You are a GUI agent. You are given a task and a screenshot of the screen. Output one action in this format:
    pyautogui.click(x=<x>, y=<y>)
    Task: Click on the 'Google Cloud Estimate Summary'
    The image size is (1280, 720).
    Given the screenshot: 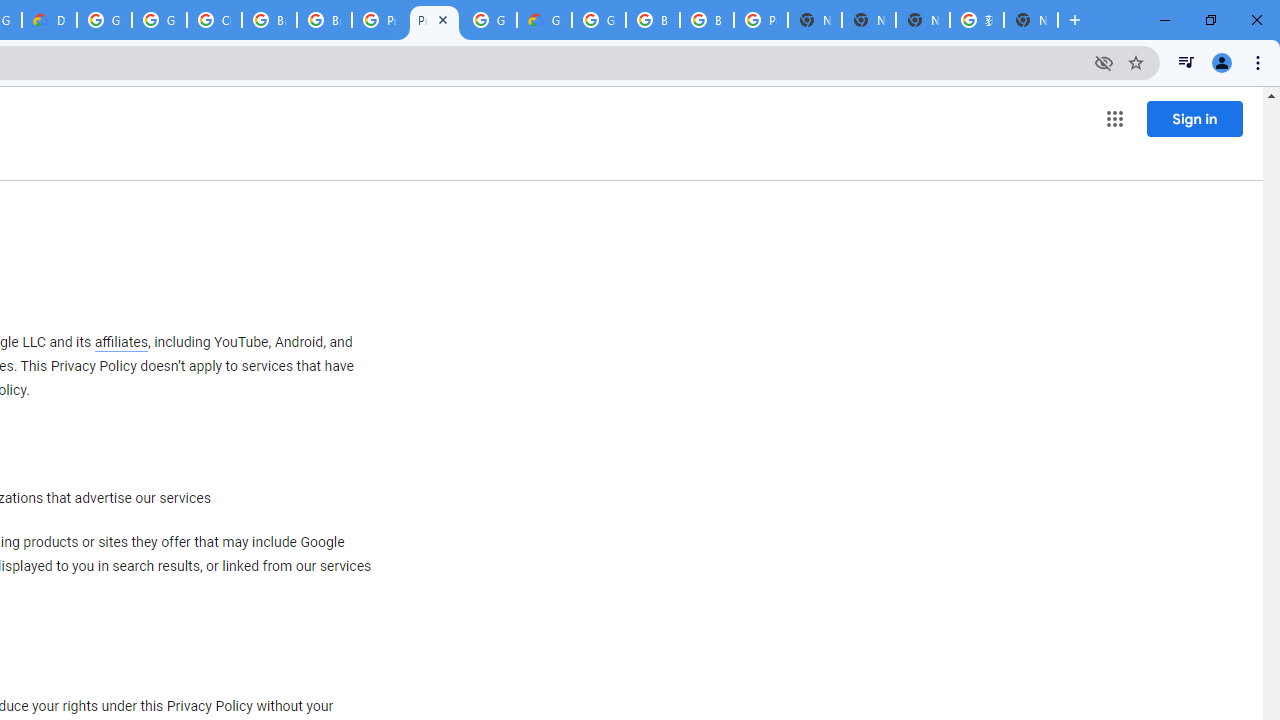 What is the action you would take?
    pyautogui.click(x=544, y=20)
    